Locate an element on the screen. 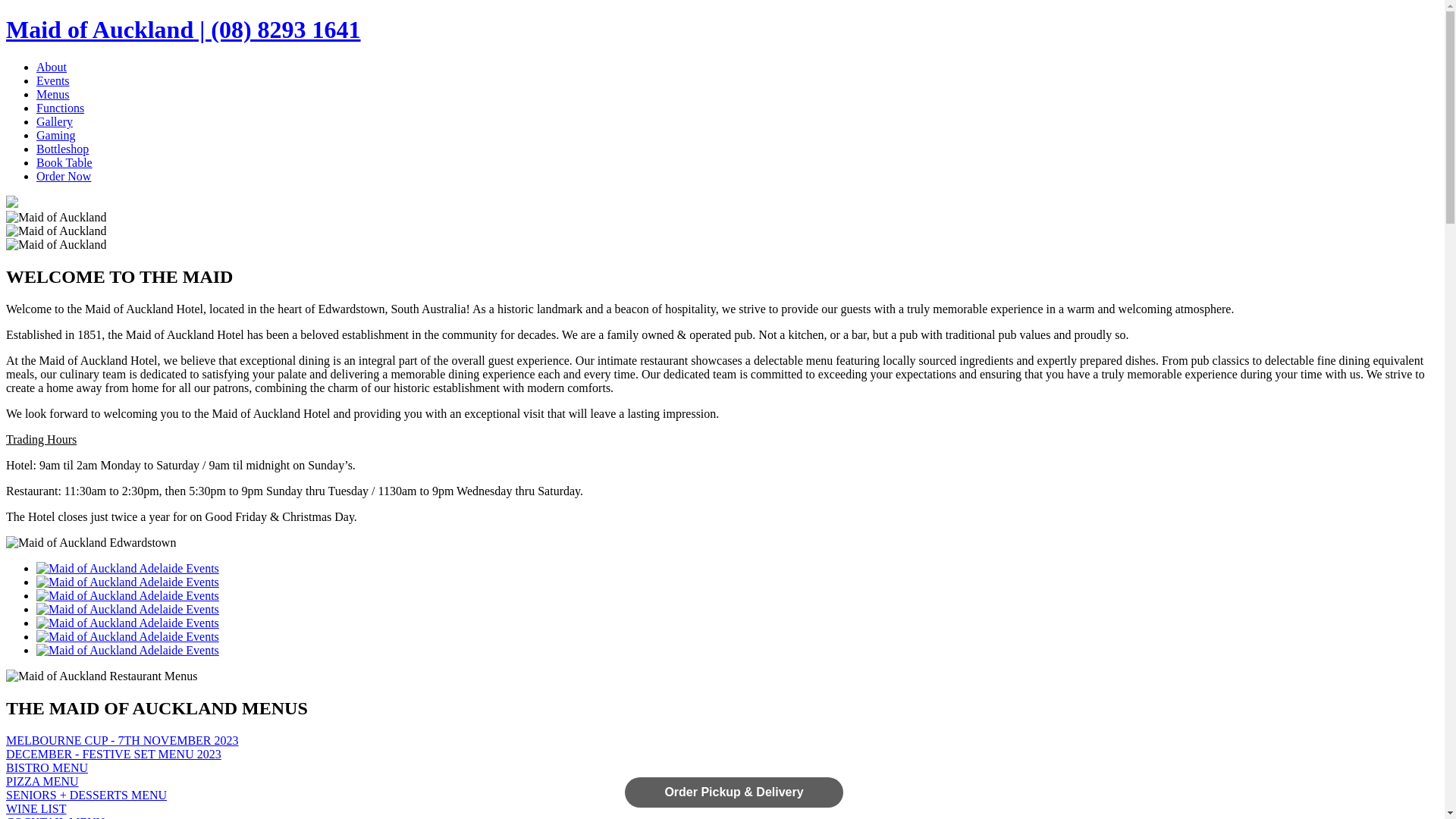 The width and height of the screenshot is (1456, 819). 'Maid of Auckland | (08) 8293 1641' is located at coordinates (182, 29).